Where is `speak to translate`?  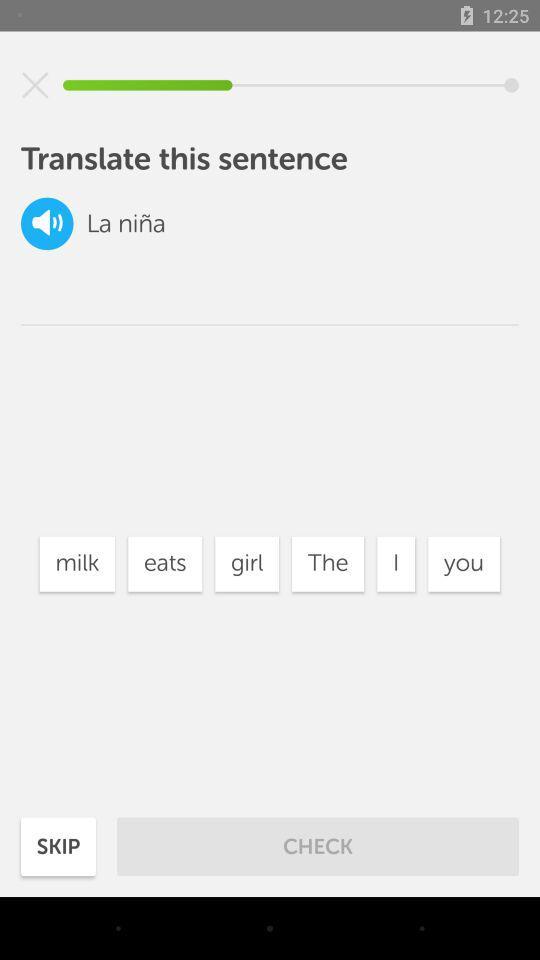
speak to translate is located at coordinates (47, 223).